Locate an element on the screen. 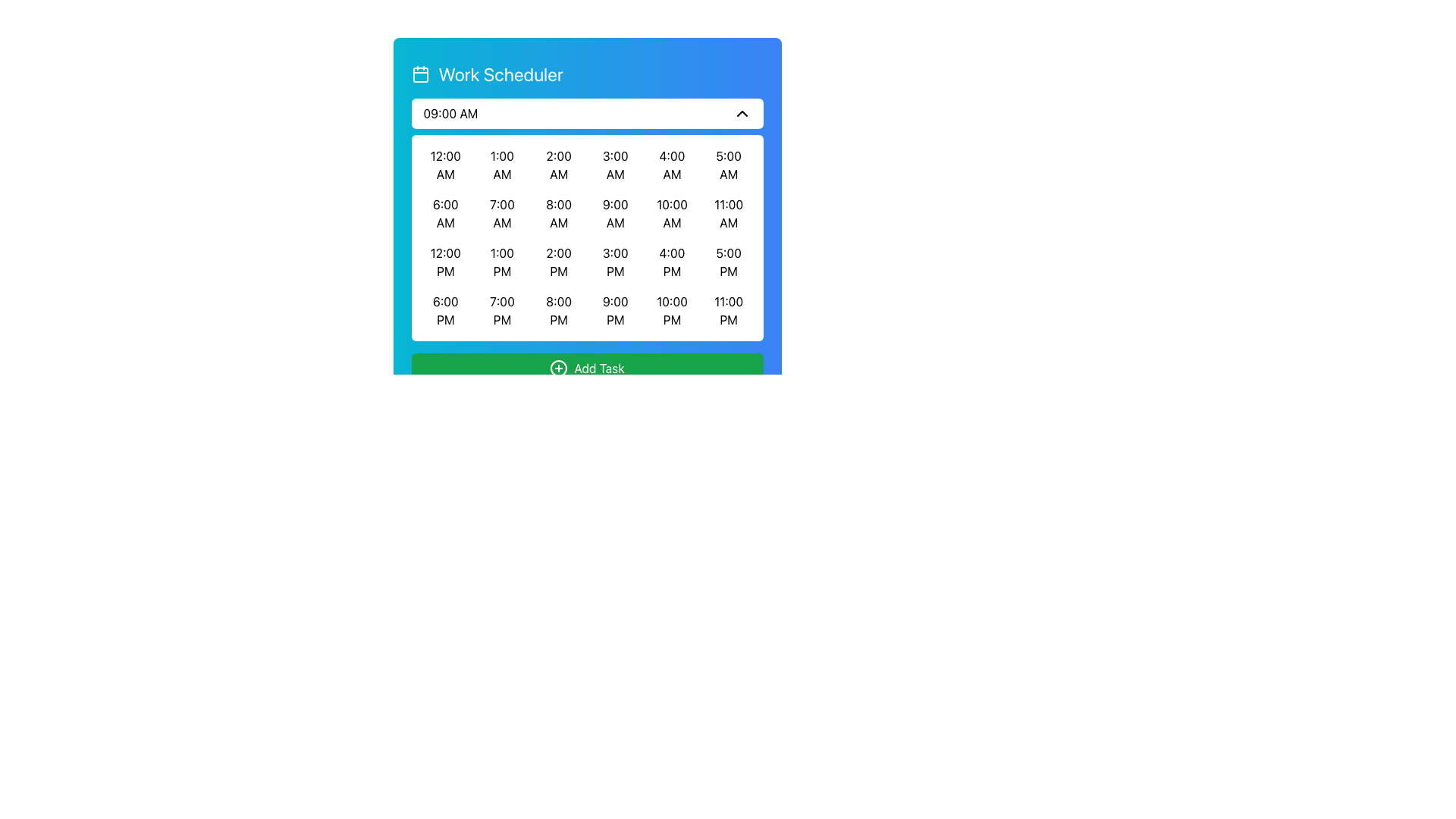  the text label that serves as the title for the 'Work Scheduler' application is located at coordinates (500, 74).